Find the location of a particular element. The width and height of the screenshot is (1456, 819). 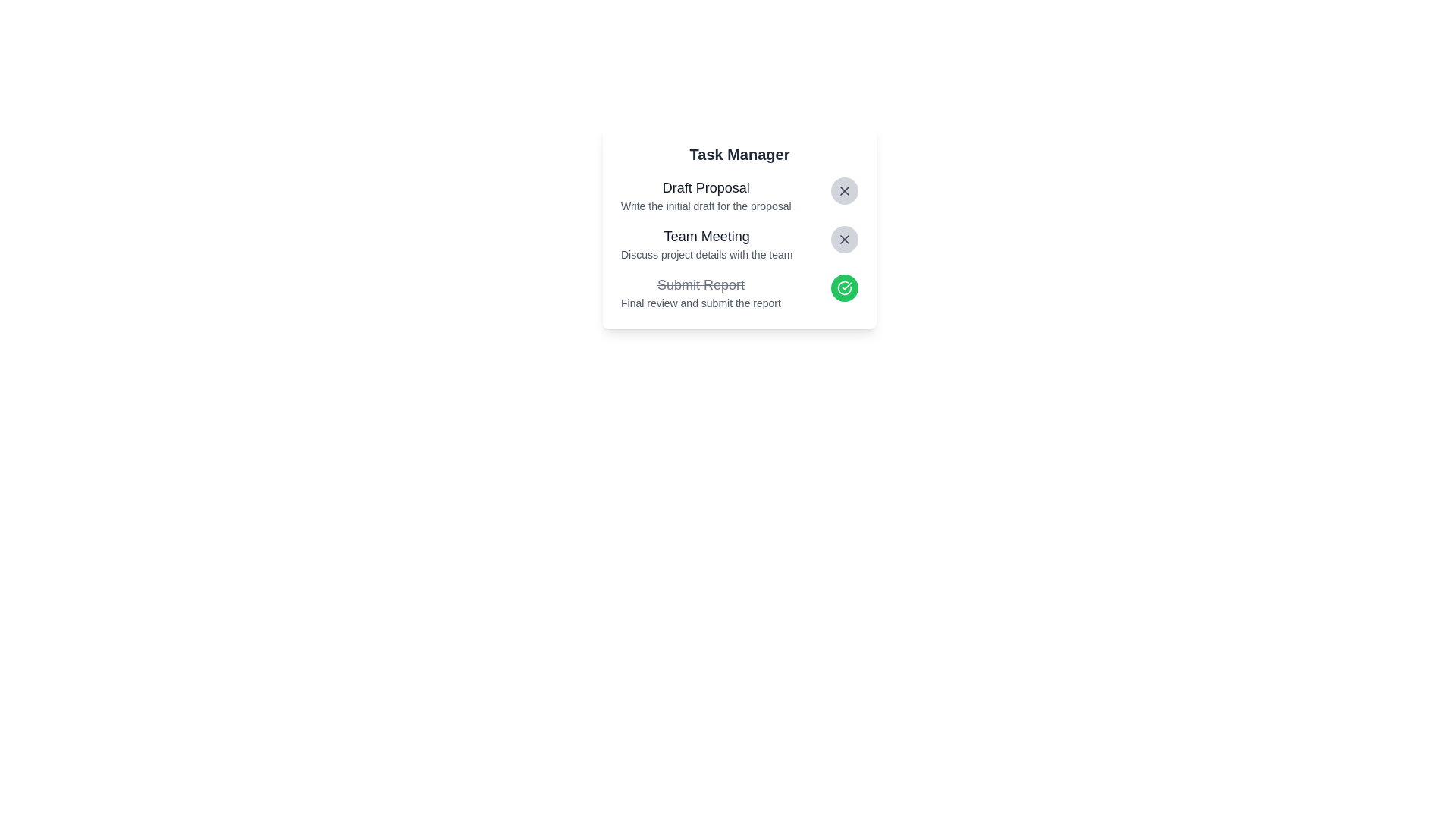

the completion indicator icon within the circular button located to the right of the 'Submit Report' text in the third task item of the Task Manager interface is located at coordinates (843, 288).